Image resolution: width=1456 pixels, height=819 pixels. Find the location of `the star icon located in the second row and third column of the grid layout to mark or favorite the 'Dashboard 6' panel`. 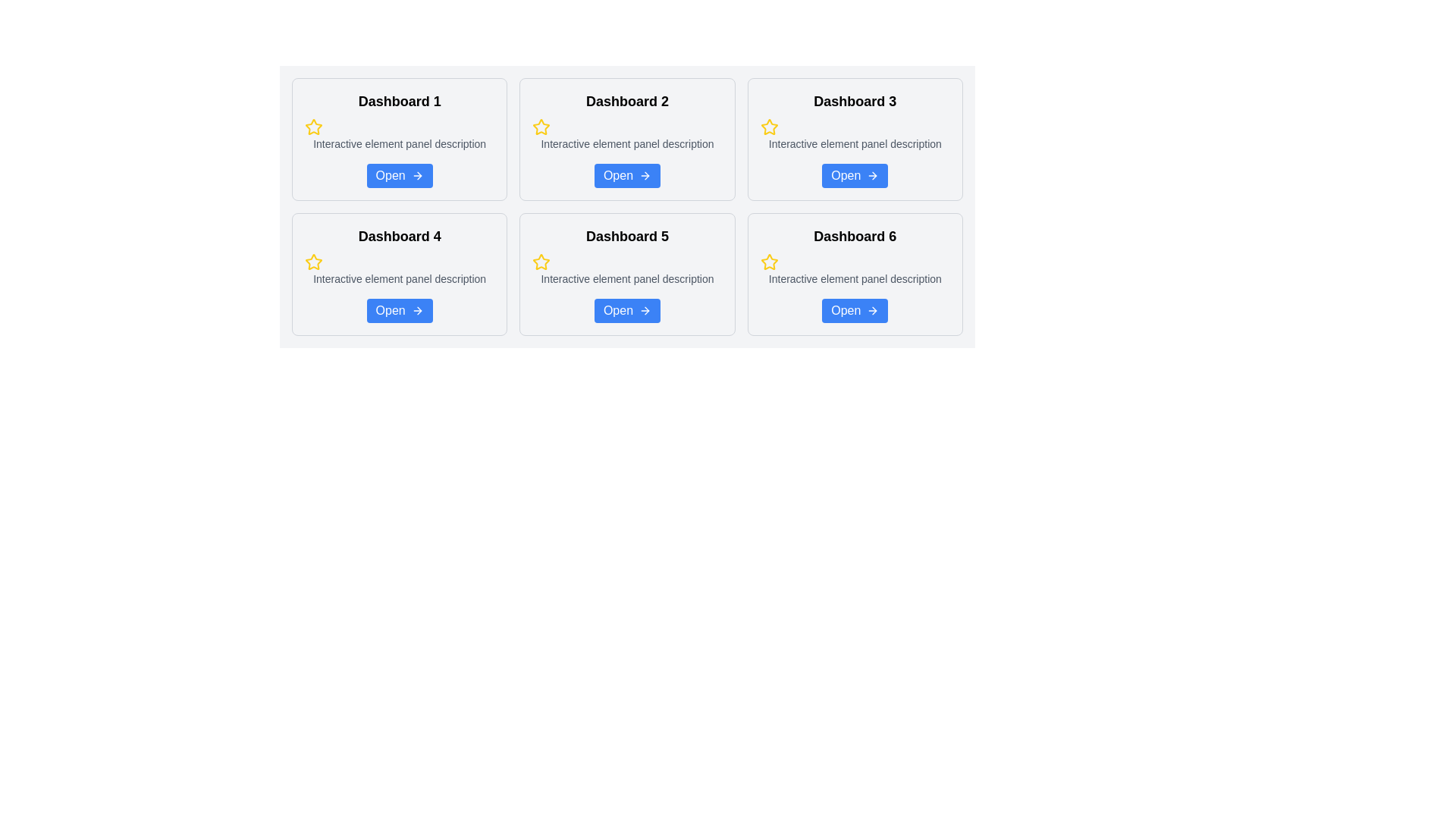

the star icon located in the second row and third column of the grid layout to mark or favorite the 'Dashboard 6' panel is located at coordinates (769, 261).